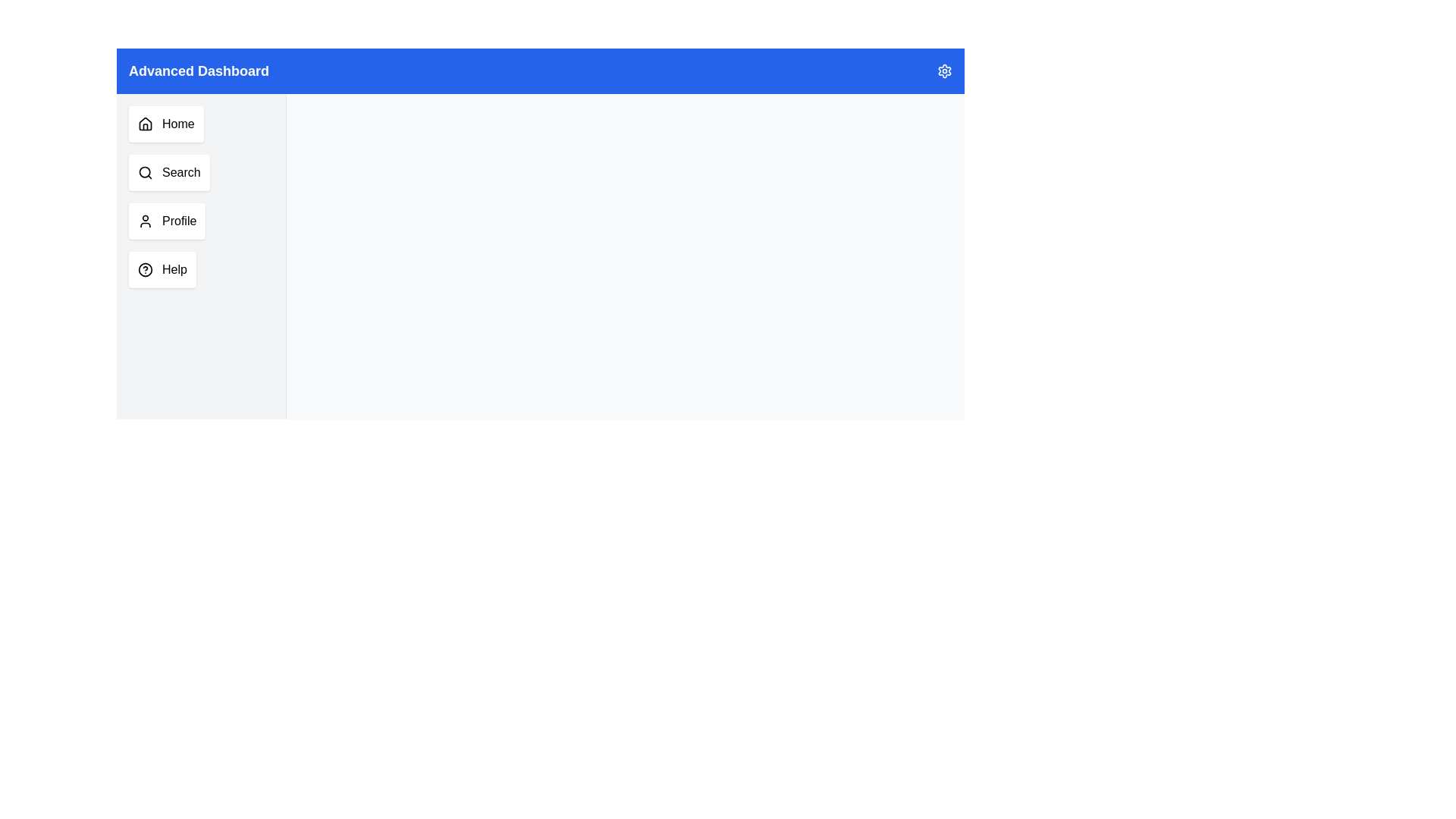 The height and width of the screenshot is (819, 1456). Describe the element at coordinates (146, 122) in the screenshot. I see `the 'Home' navigation icon located at the top of the vertical list on the left side of the interface` at that location.